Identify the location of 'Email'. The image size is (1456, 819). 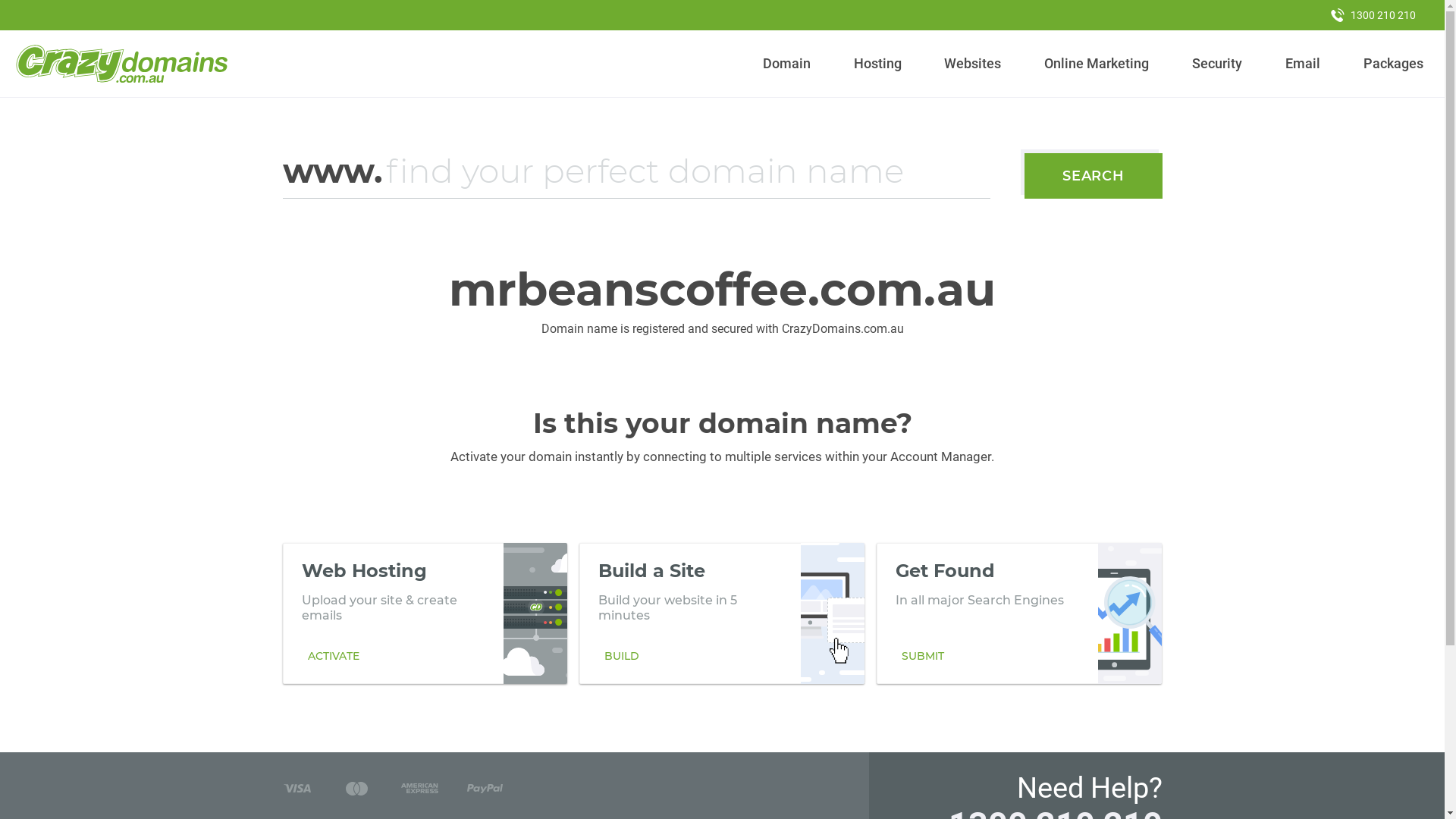
(1301, 63).